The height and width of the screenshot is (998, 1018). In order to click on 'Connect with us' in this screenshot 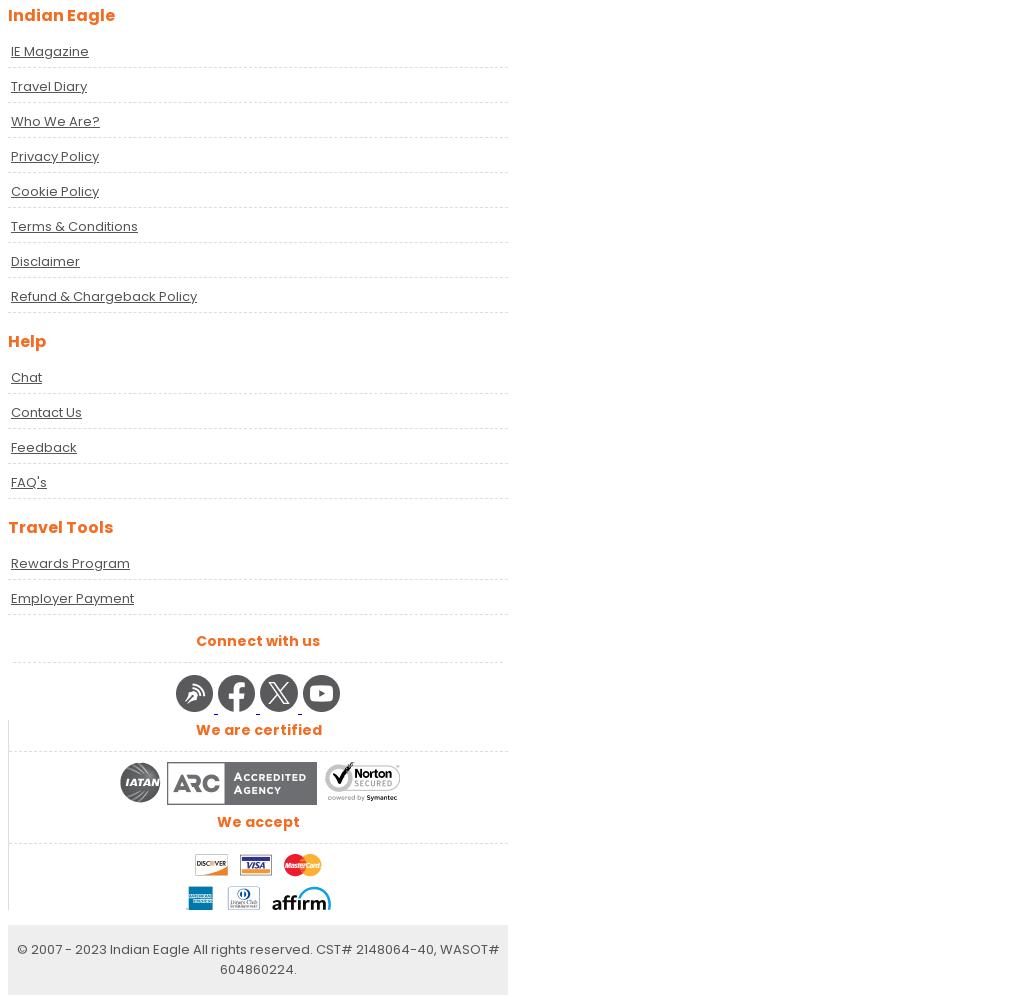, I will do `click(257, 640)`.